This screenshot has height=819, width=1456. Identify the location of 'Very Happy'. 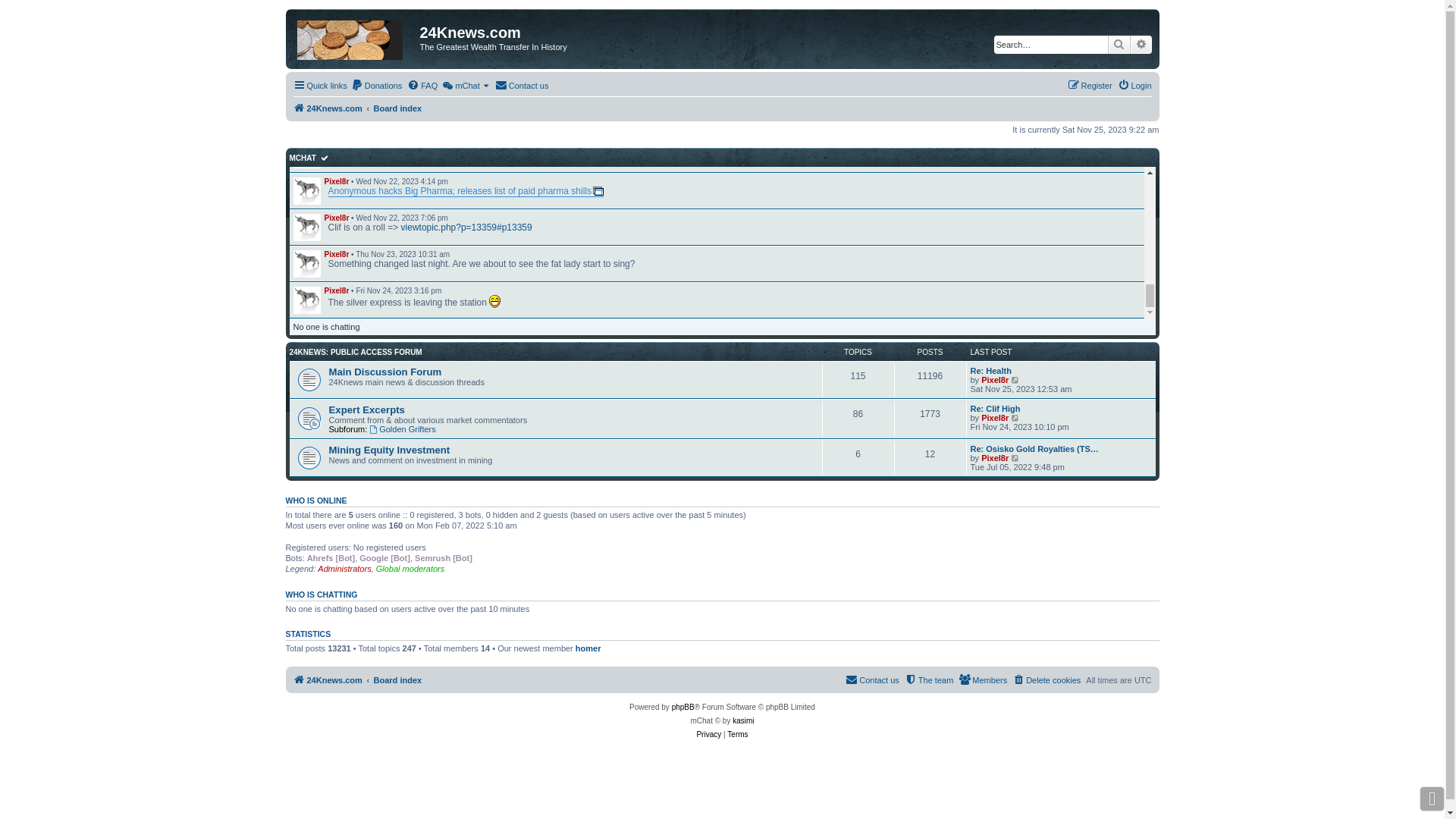
(488, 301).